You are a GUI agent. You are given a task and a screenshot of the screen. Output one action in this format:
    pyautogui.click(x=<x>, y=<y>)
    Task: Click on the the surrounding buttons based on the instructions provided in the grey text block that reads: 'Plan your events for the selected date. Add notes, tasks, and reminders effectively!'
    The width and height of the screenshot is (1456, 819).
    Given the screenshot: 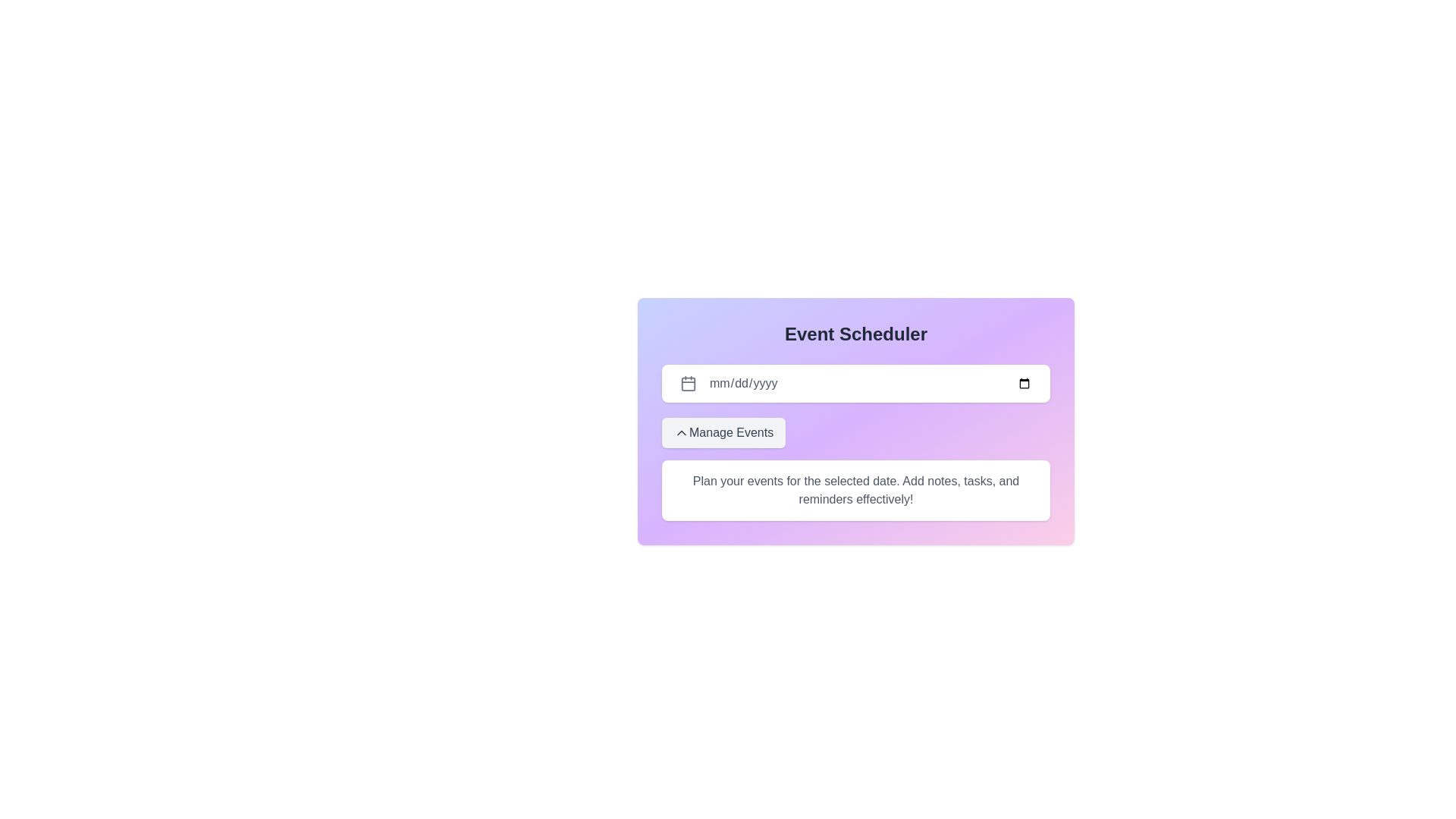 What is the action you would take?
    pyautogui.click(x=855, y=491)
    